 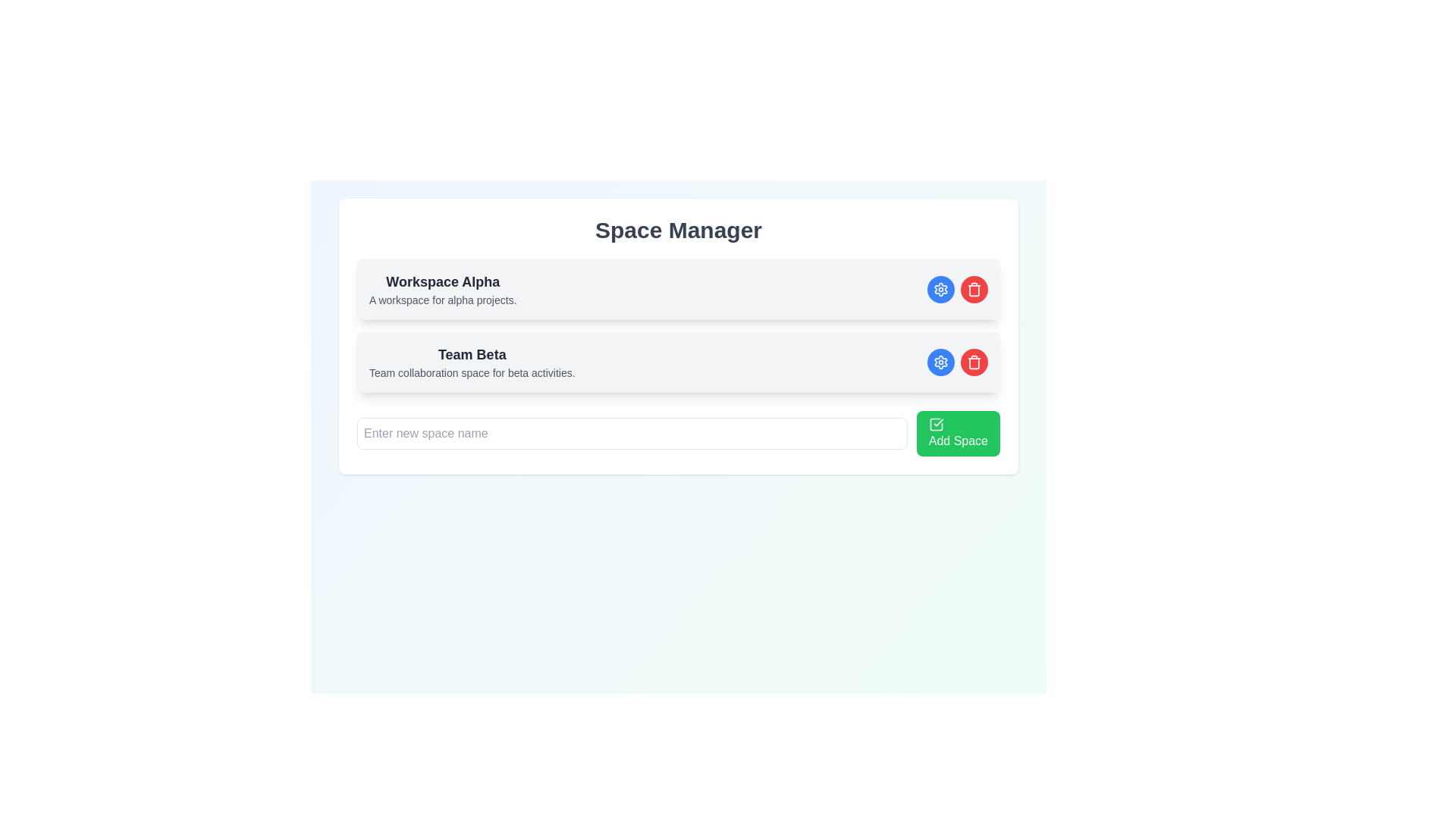 What do you see at coordinates (940, 289) in the screenshot?
I see `the settings icon, which is a small gear-shaped icon in a blue circle with a white stroke, located on the right side of the 'Workspace Alpha' label row` at bounding box center [940, 289].